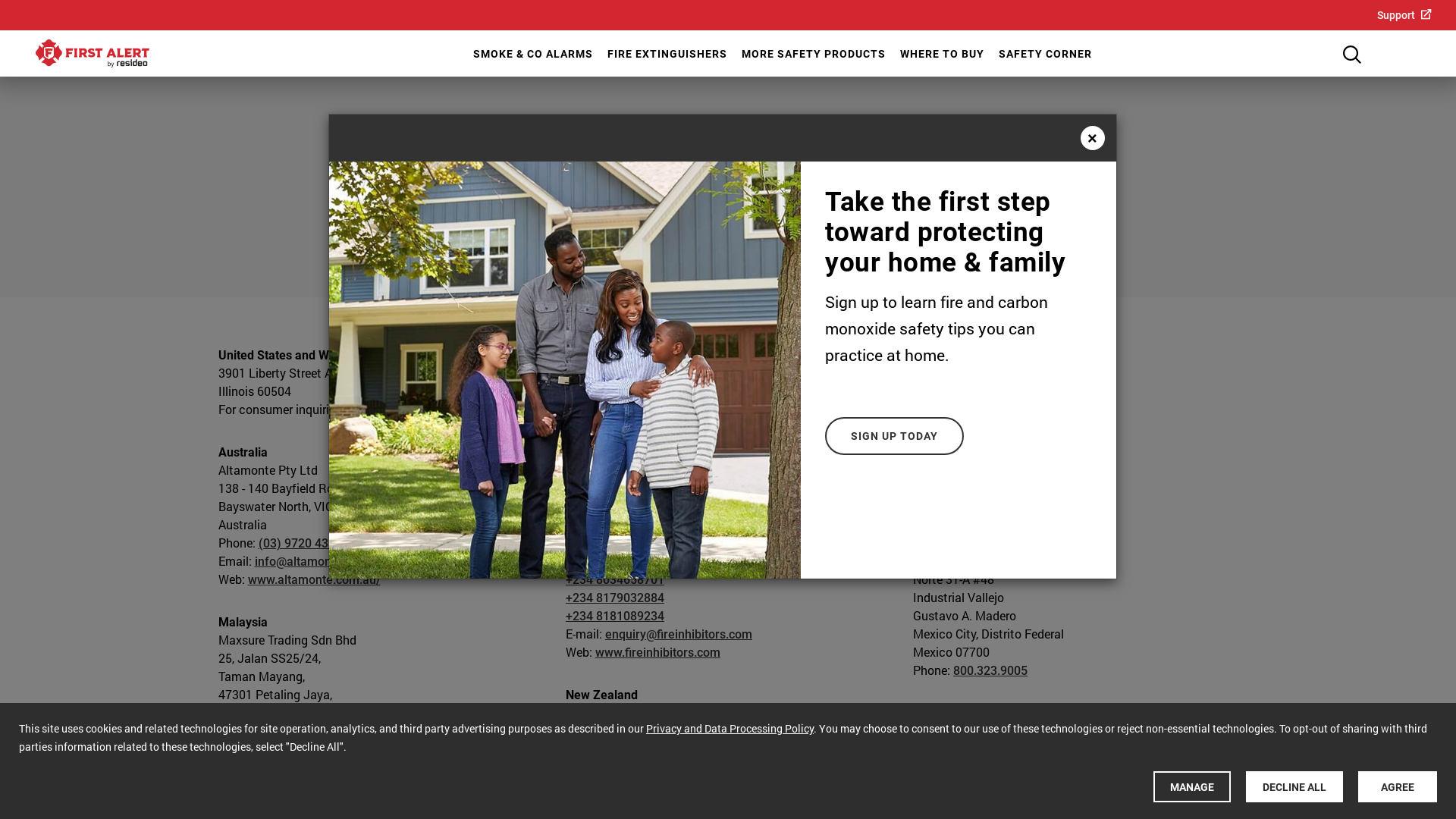  I want to click on 'MORE SAFETY PRODUCTS', so click(739, 52).